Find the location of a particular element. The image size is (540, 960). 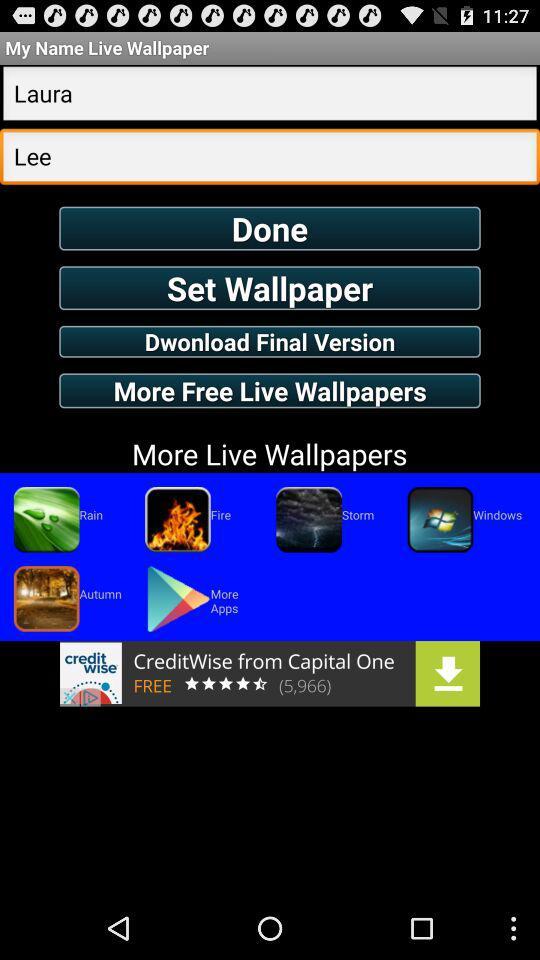

advertisement is located at coordinates (270, 673).